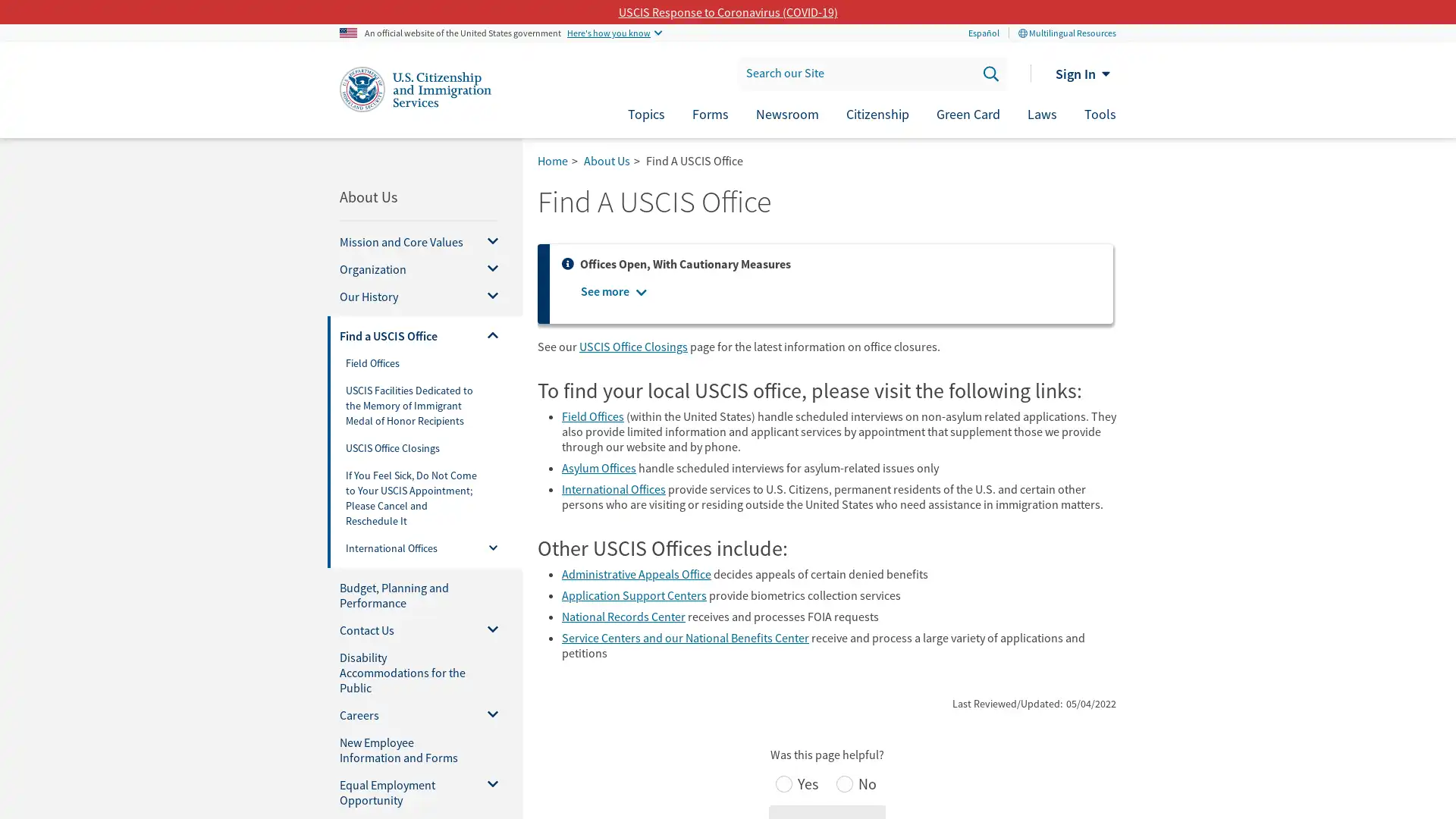 The width and height of the screenshot is (1456, 819). I want to click on Toggle menu for Organization, so click(487, 268).